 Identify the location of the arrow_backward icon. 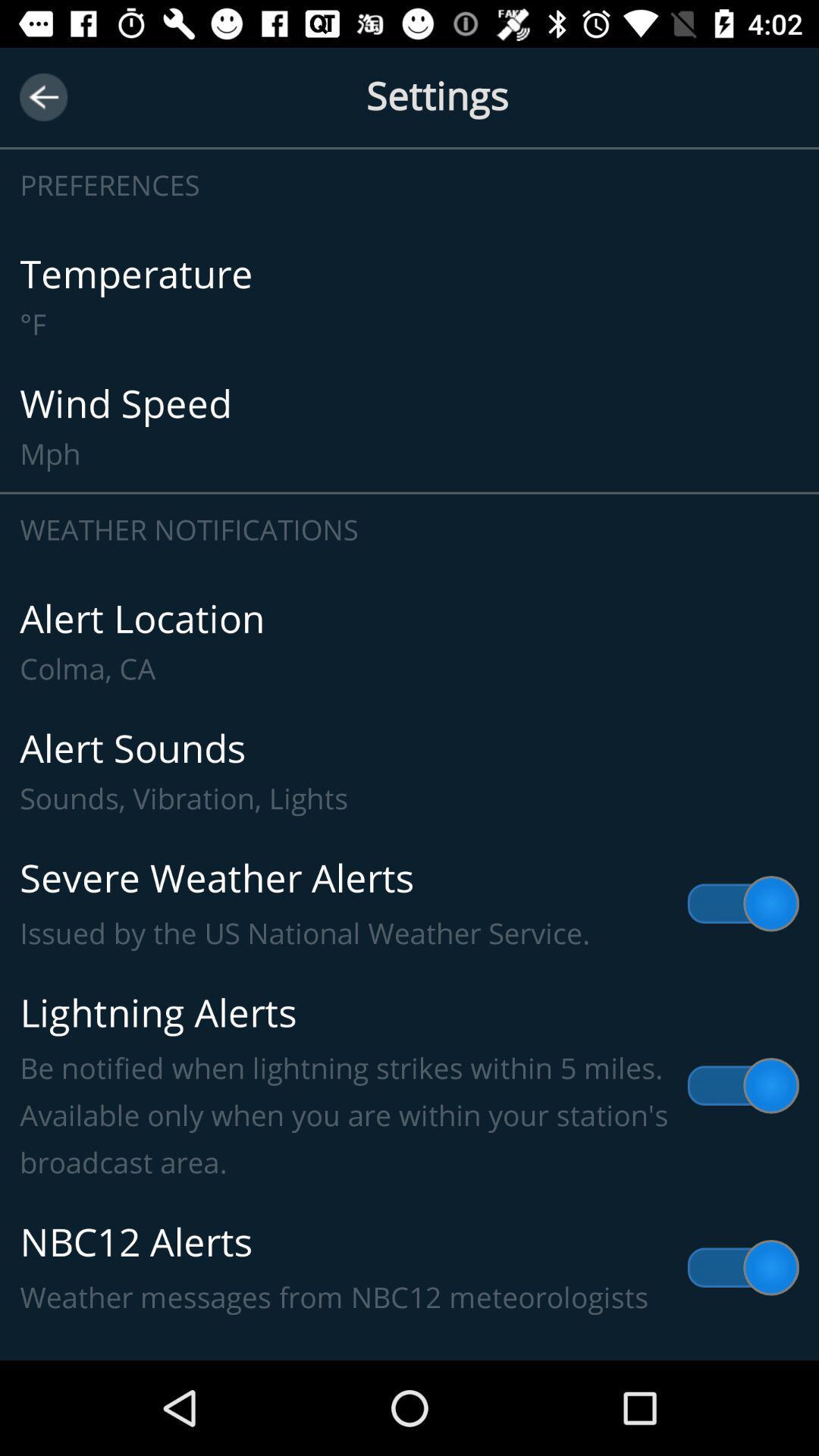
(42, 96).